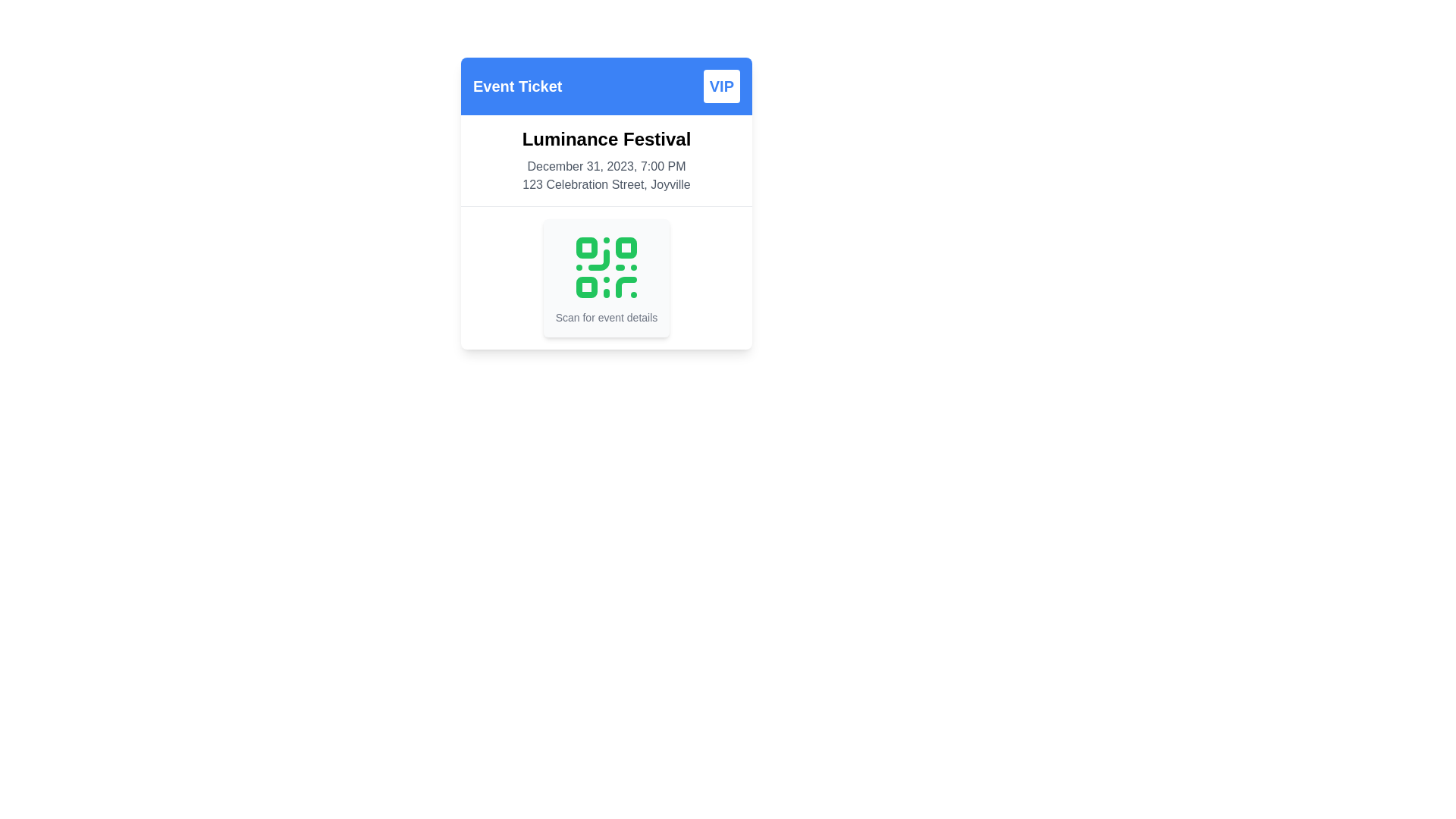  What do you see at coordinates (626, 247) in the screenshot?
I see `the green rectangular box with rounded corners located in the top-right corner of the QR code graphic` at bounding box center [626, 247].